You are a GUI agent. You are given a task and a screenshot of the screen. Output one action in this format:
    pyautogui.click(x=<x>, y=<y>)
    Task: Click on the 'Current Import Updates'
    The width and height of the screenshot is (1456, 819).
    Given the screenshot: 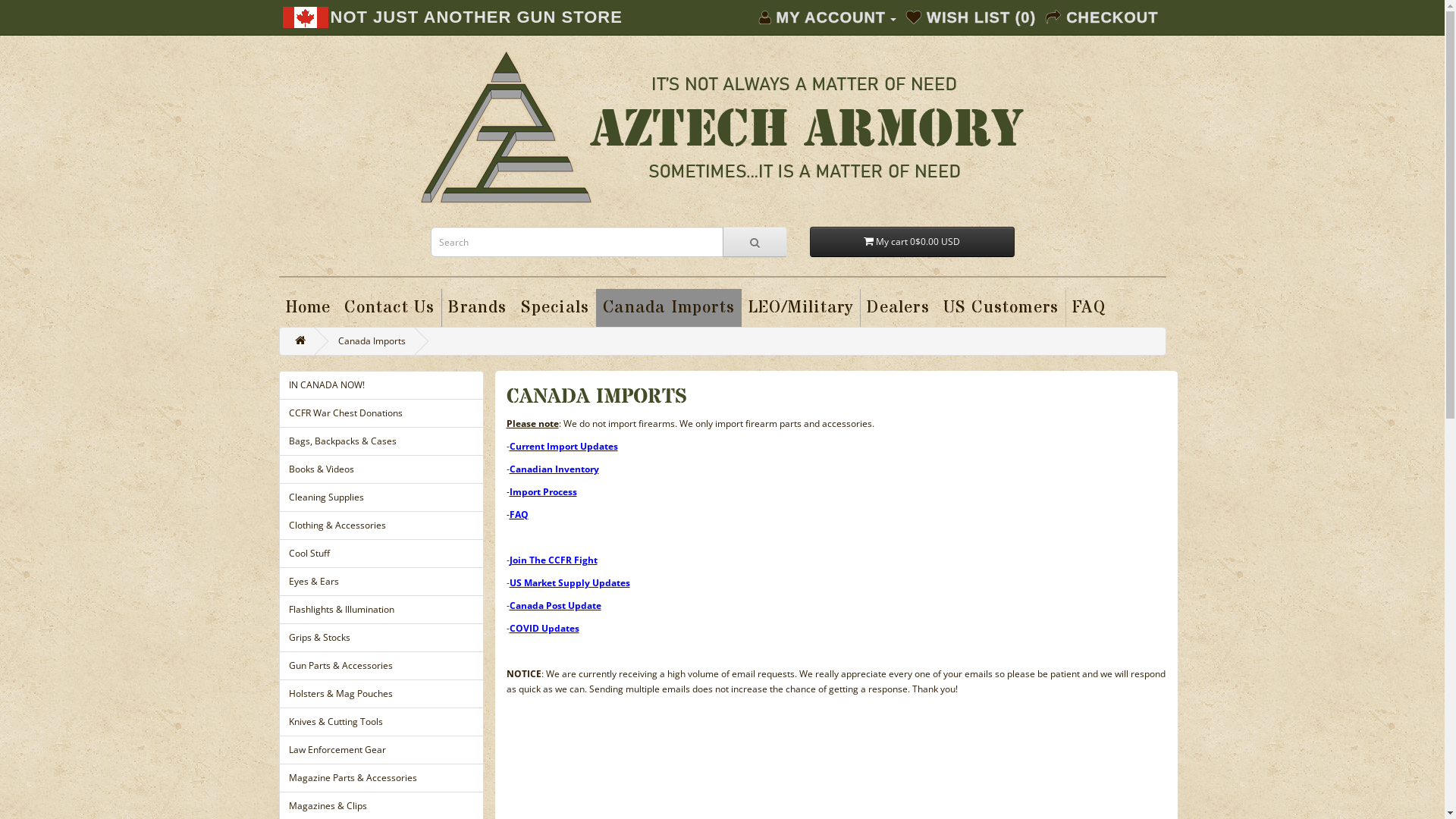 What is the action you would take?
    pyautogui.click(x=563, y=445)
    